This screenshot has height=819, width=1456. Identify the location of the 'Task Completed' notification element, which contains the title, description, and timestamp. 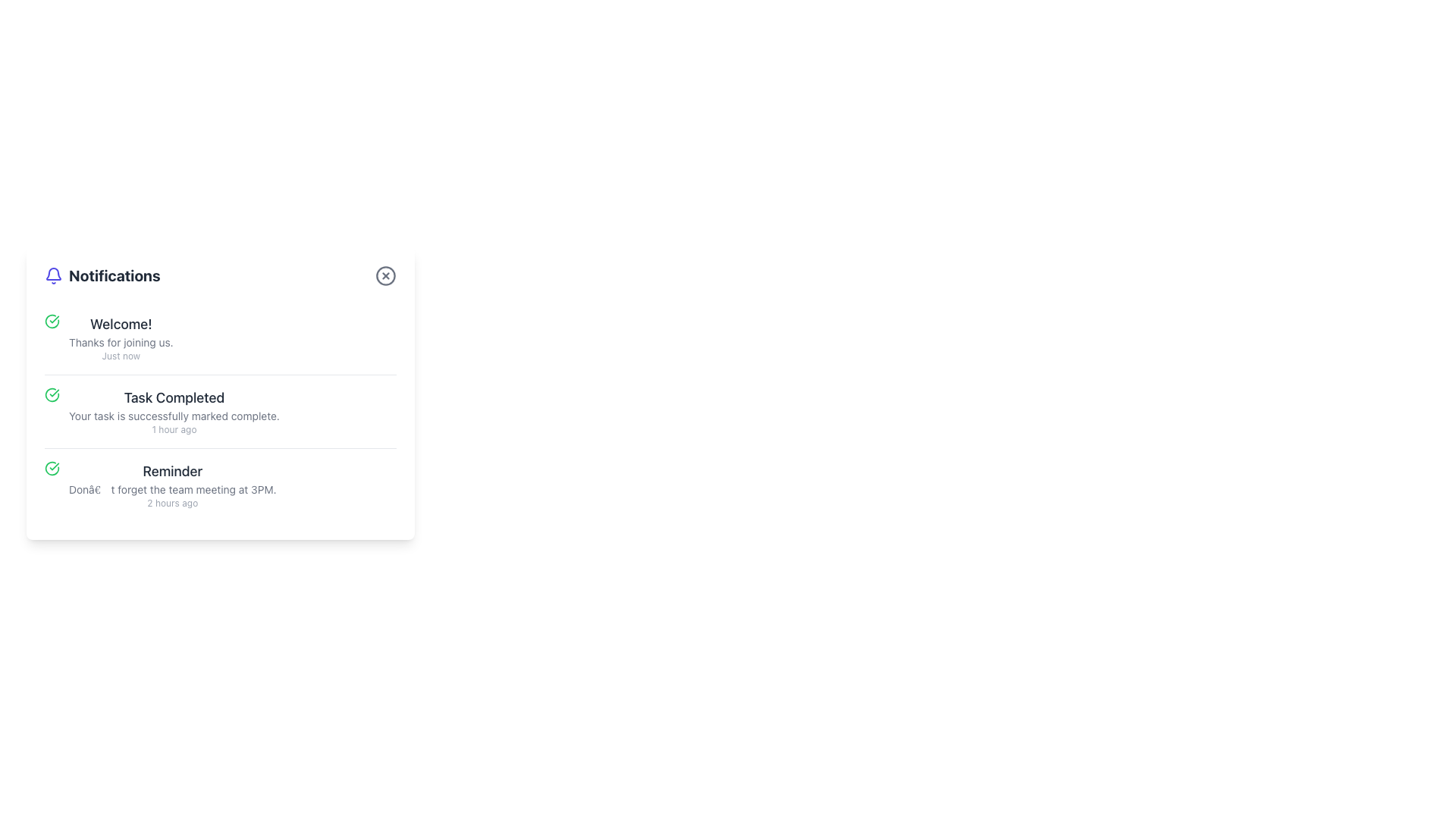
(174, 412).